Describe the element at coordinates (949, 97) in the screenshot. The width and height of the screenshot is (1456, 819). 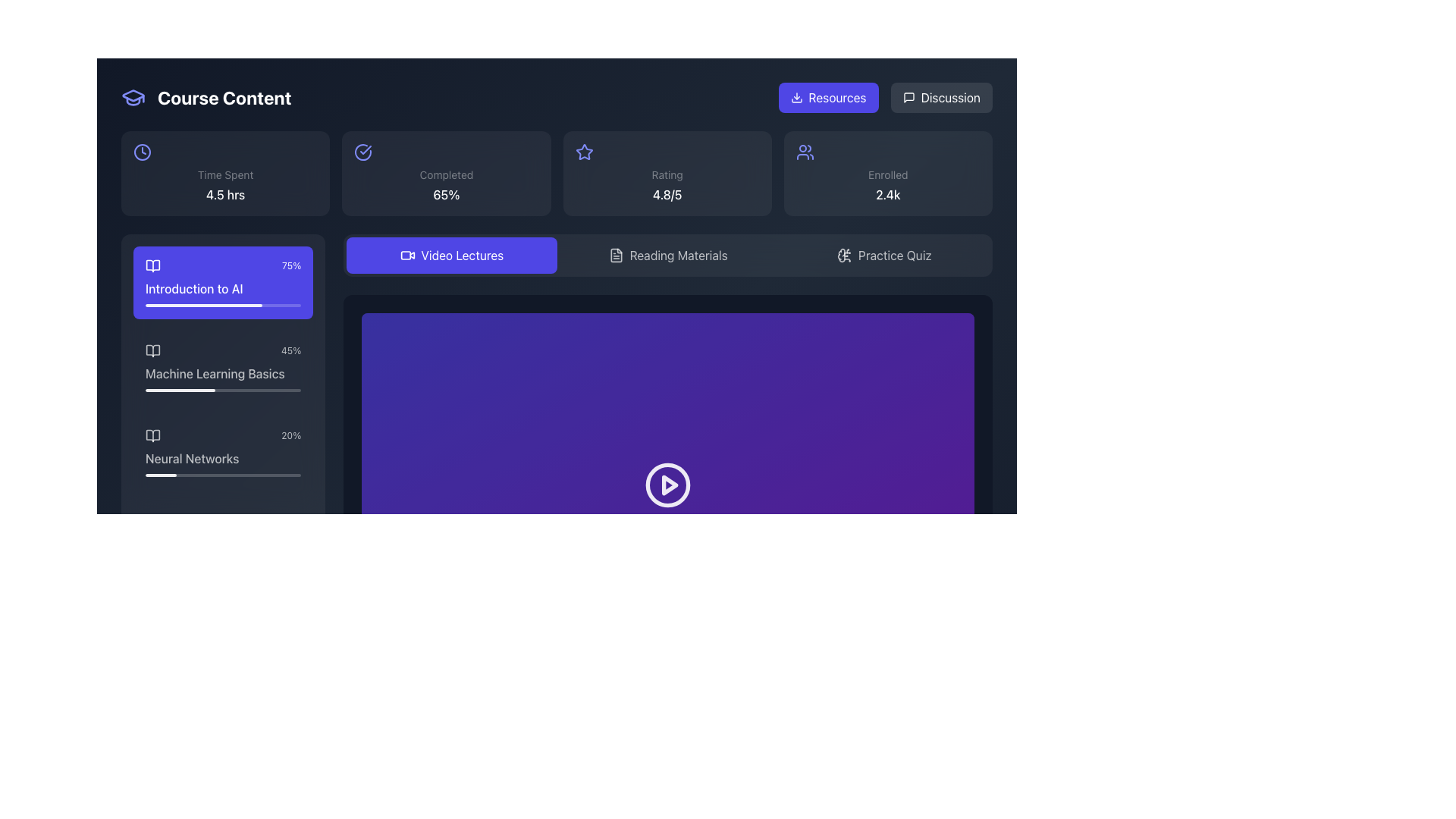
I see `the text label displaying 'Discussion', which is part of a button-like structure in the top-right area of the interface` at that location.